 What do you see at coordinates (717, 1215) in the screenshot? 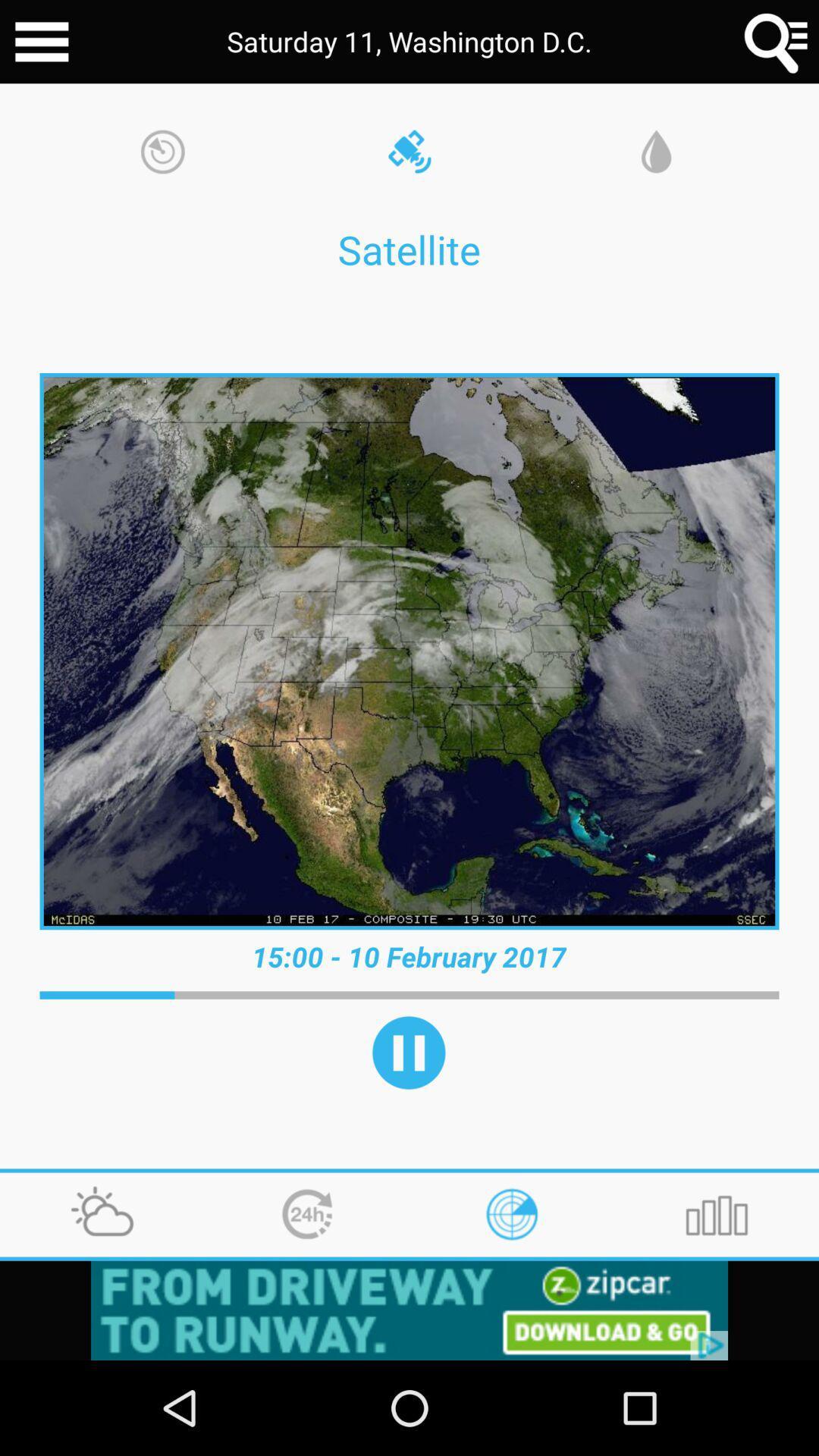
I see `the icon at the bottom right corner of the page` at bounding box center [717, 1215].